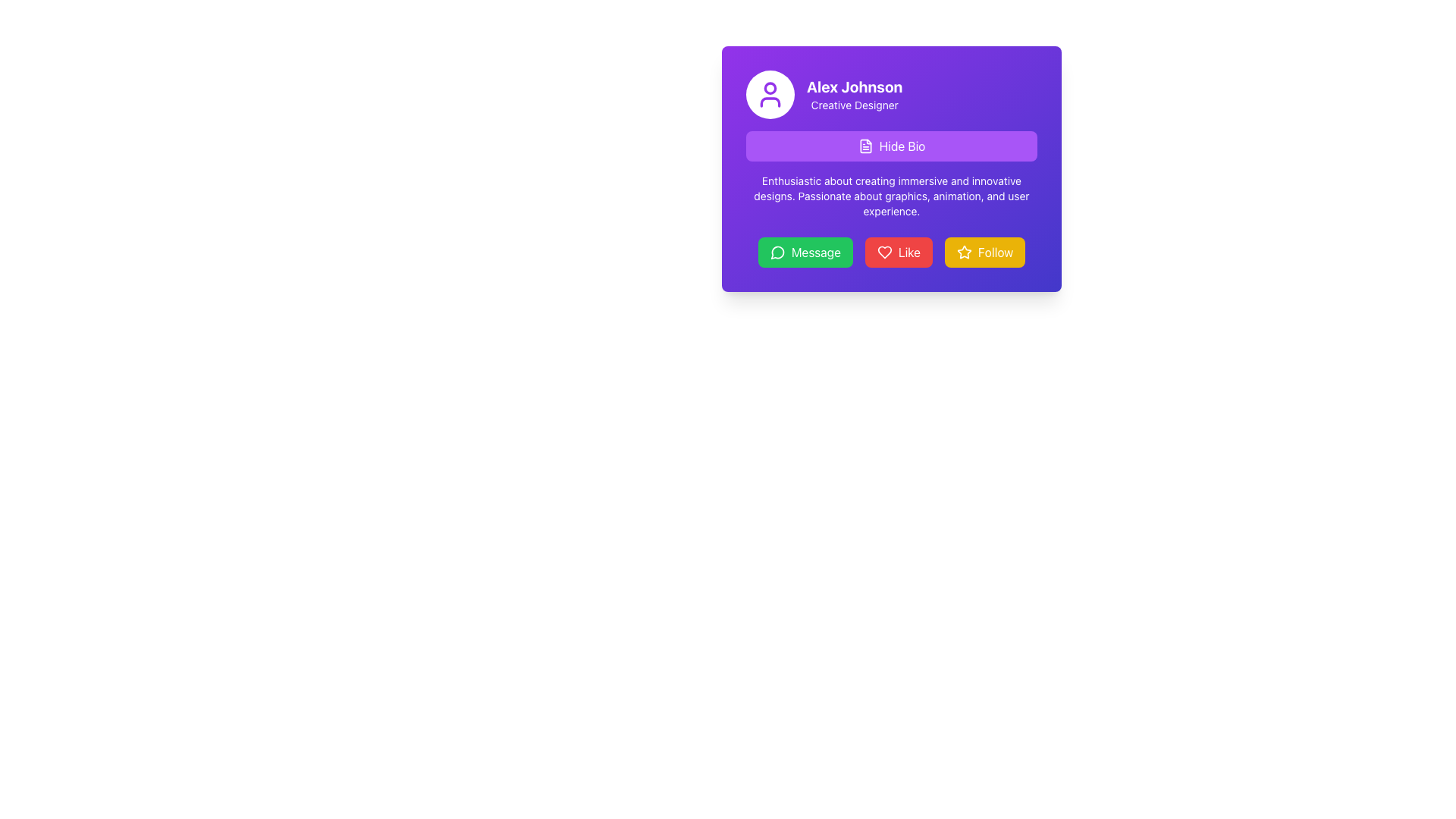 This screenshot has height=819, width=1456. Describe the element at coordinates (899, 251) in the screenshot. I see `the 'Like' button, which is the second button in a horizontal arrangement below the text content, located centrally between the green 'Message' button and the yellow 'Follow' button, to change its background shade` at that location.